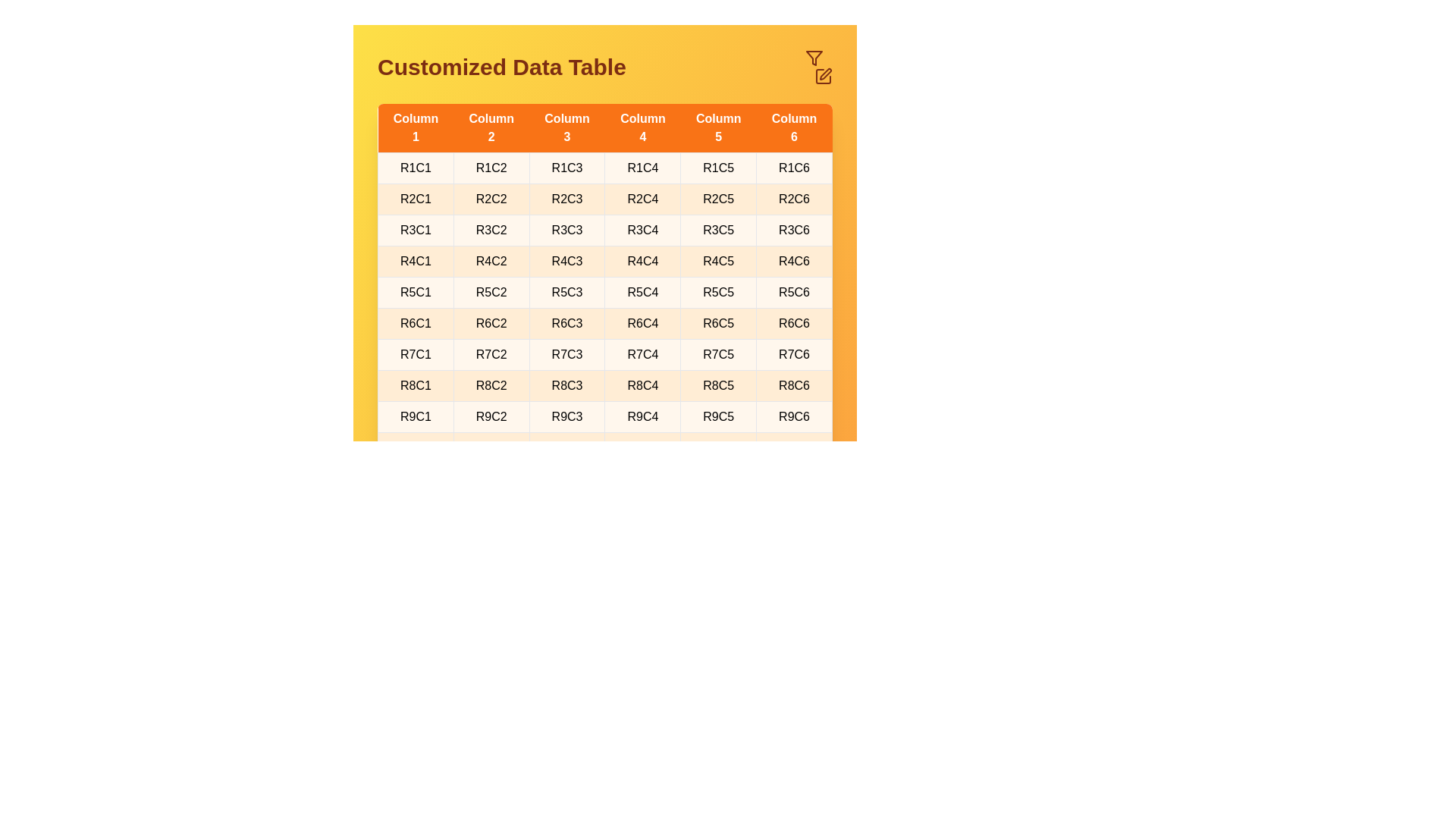 The width and height of the screenshot is (1456, 819). What do you see at coordinates (822, 76) in the screenshot?
I see `the edit icon in the header of the table` at bounding box center [822, 76].